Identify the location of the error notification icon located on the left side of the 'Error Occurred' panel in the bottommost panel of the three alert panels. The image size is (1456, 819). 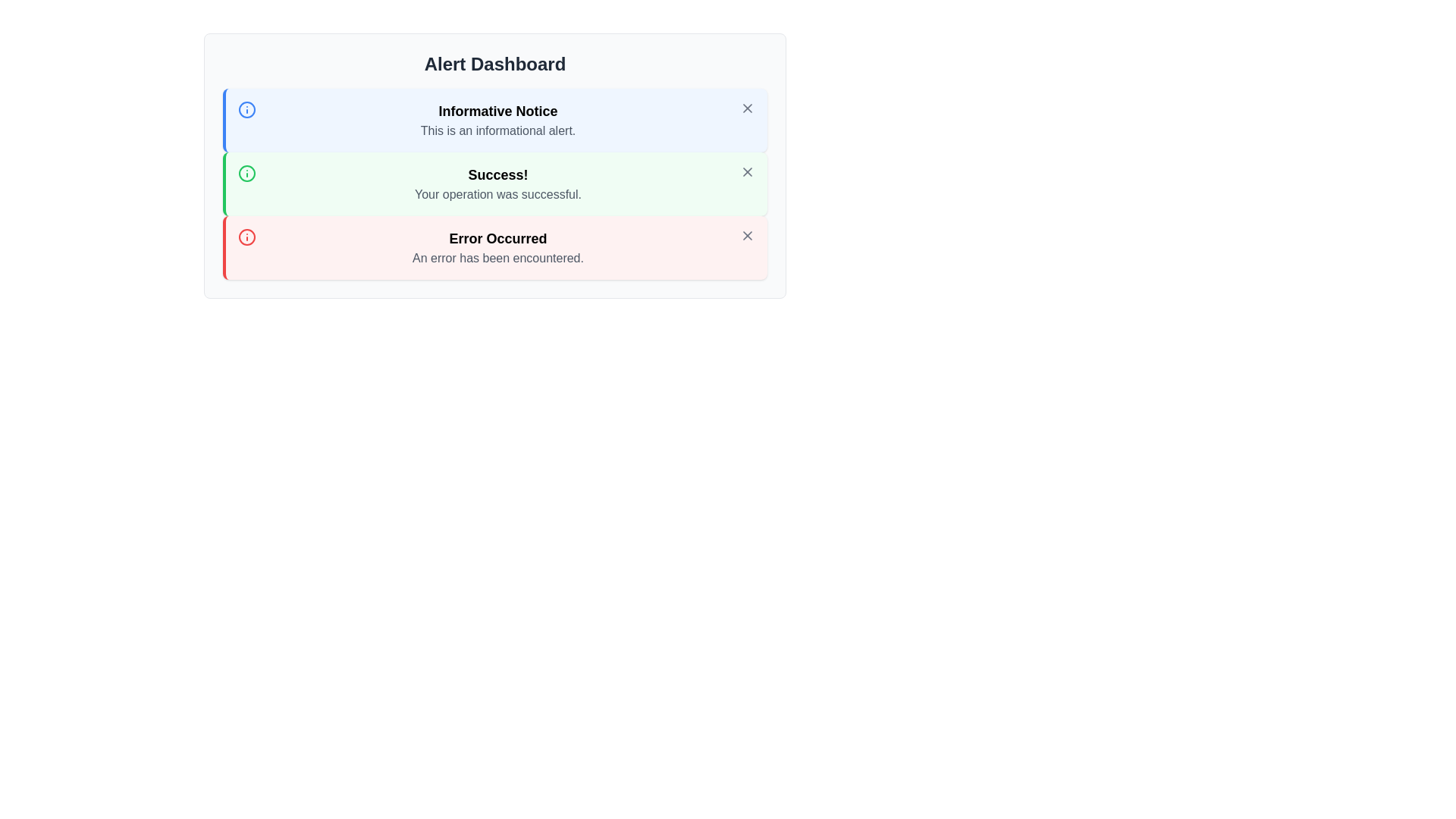
(247, 237).